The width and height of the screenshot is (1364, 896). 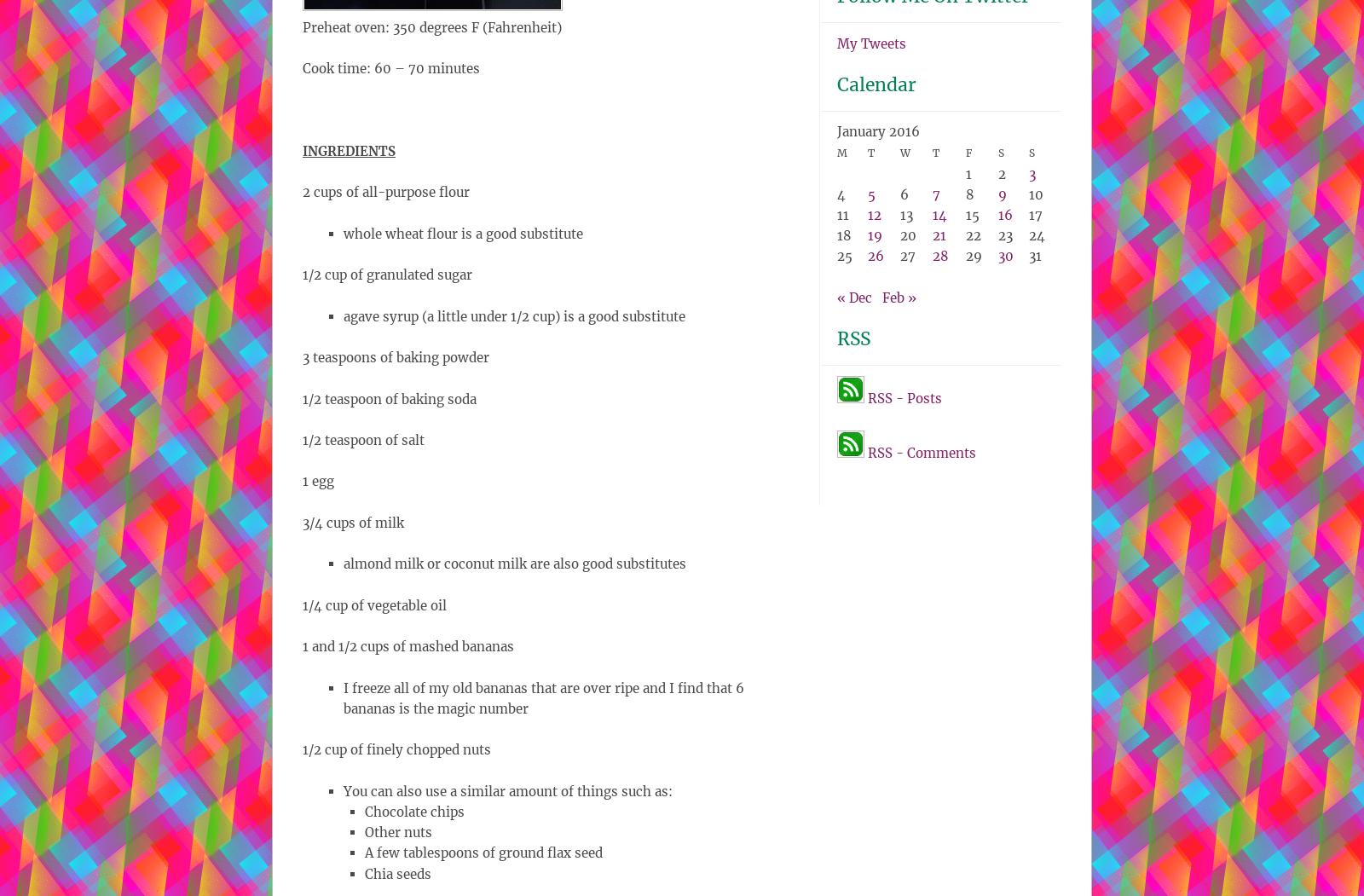 I want to click on '12', so click(x=867, y=214).